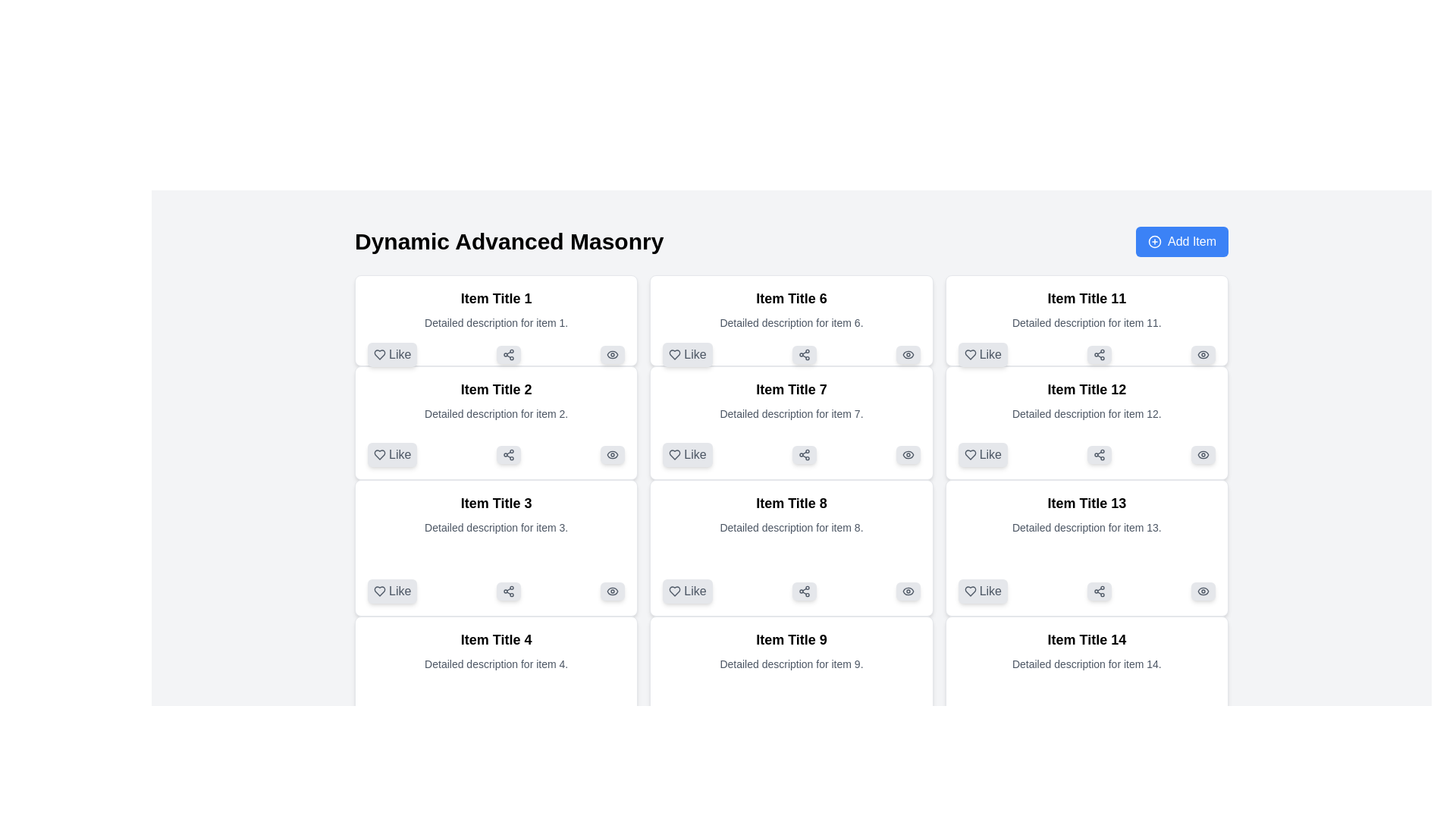 The image size is (1456, 819). What do you see at coordinates (790, 526) in the screenshot?
I see `descriptive text for 'Item Title 8', which is located directly below the title text in the middle column and third row of the grid layout` at bounding box center [790, 526].